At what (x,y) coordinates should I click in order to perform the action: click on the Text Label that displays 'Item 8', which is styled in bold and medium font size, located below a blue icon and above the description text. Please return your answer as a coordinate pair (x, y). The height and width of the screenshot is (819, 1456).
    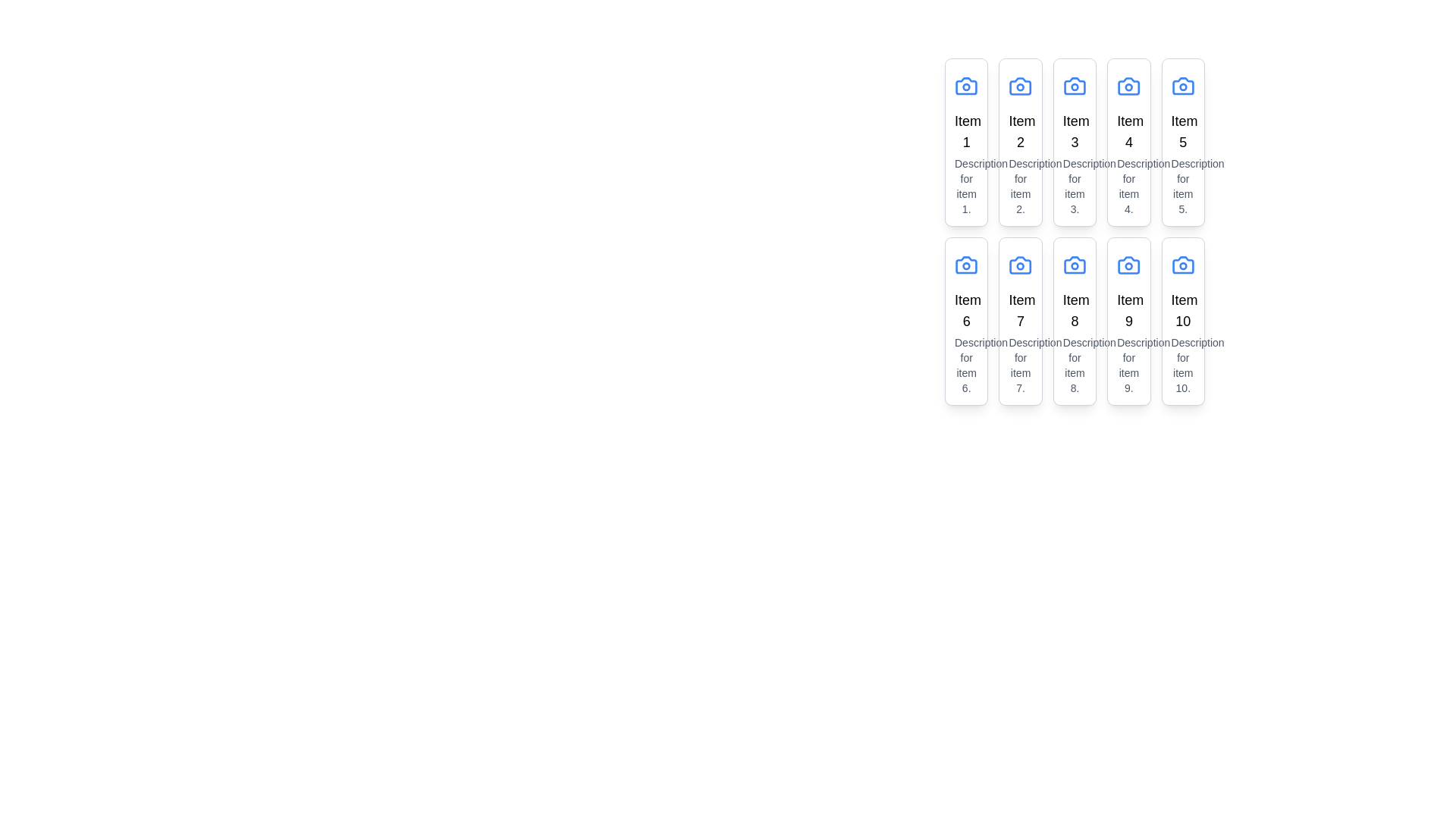
    Looking at the image, I should click on (1074, 309).